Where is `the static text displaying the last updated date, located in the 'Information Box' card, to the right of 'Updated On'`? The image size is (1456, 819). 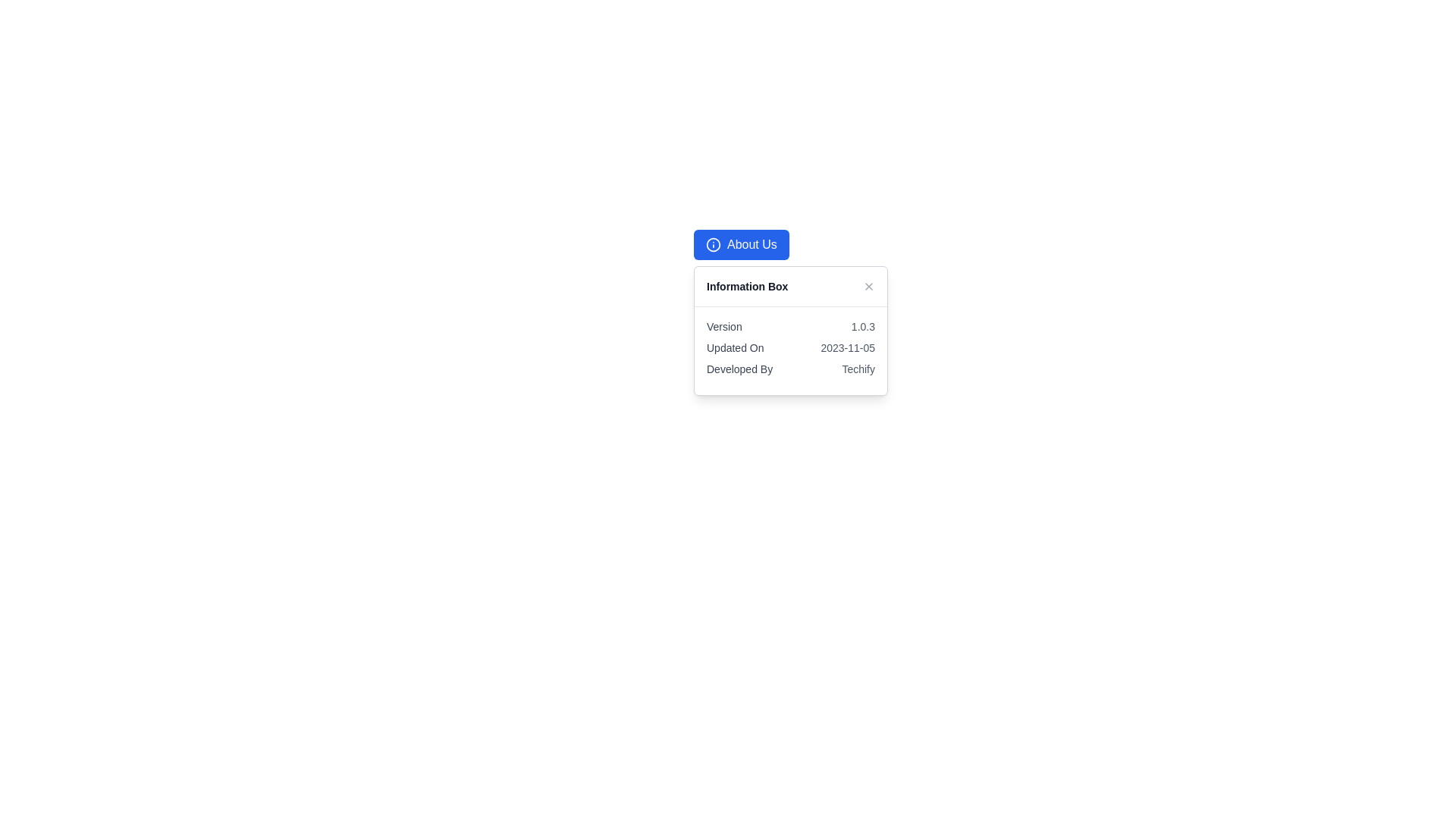 the static text displaying the last updated date, located in the 'Information Box' card, to the right of 'Updated On' is located at coordinates (847, 348).